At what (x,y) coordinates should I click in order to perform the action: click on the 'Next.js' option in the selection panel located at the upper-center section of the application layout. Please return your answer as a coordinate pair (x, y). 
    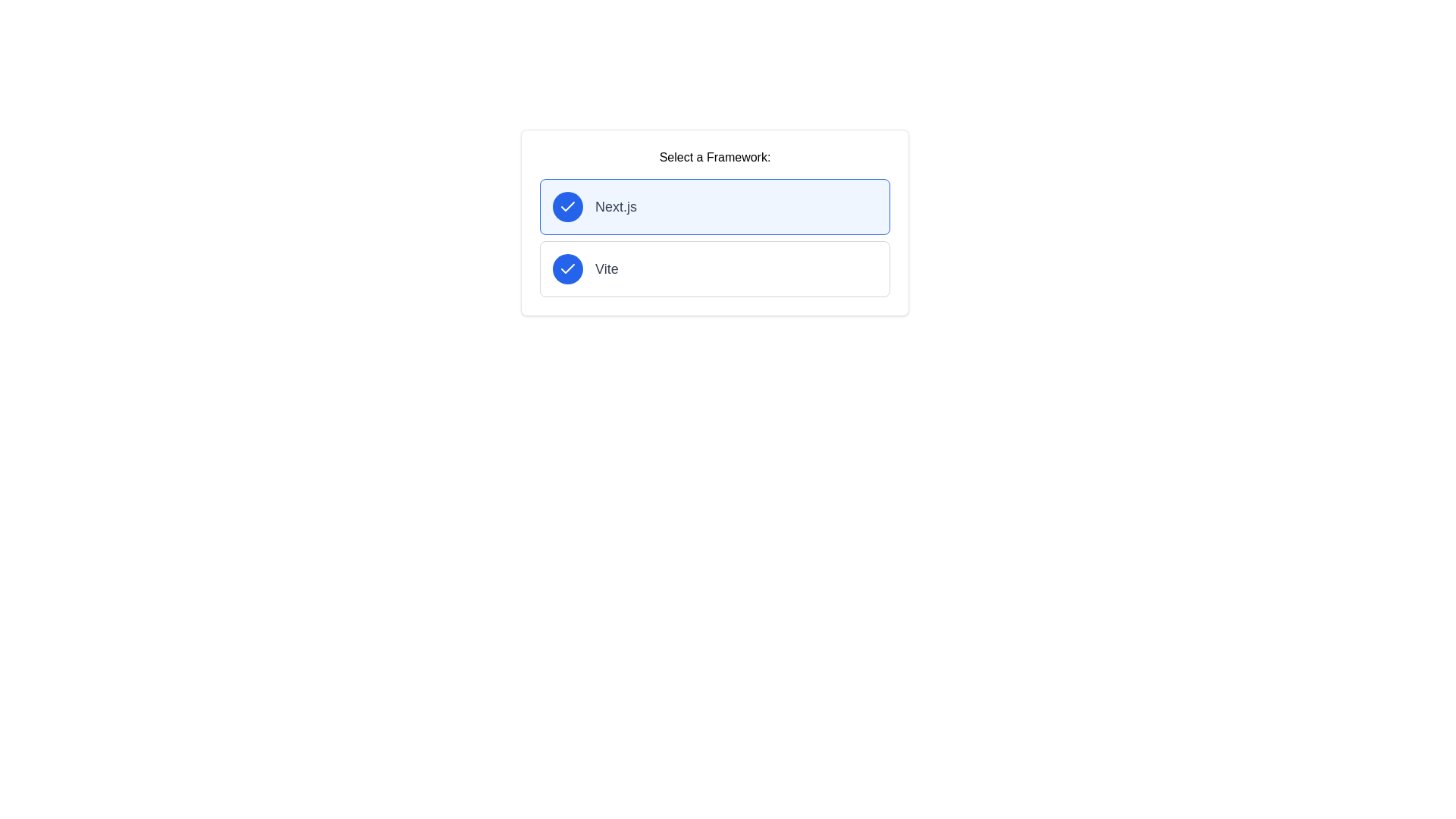
    Looking at the image, I should click on (714, 222).